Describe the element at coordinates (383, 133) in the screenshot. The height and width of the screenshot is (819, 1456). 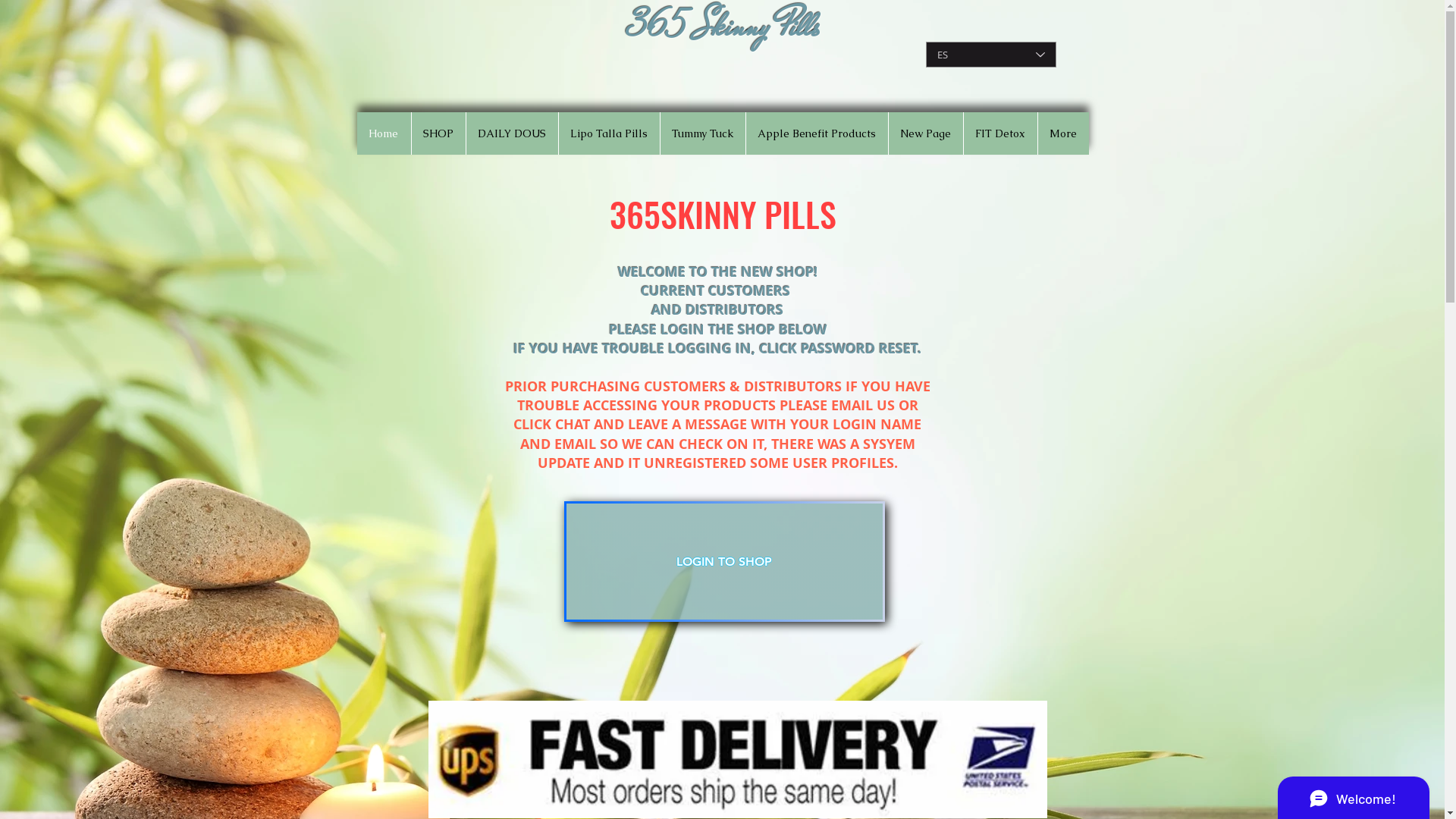
I see `'Home'` at that location.